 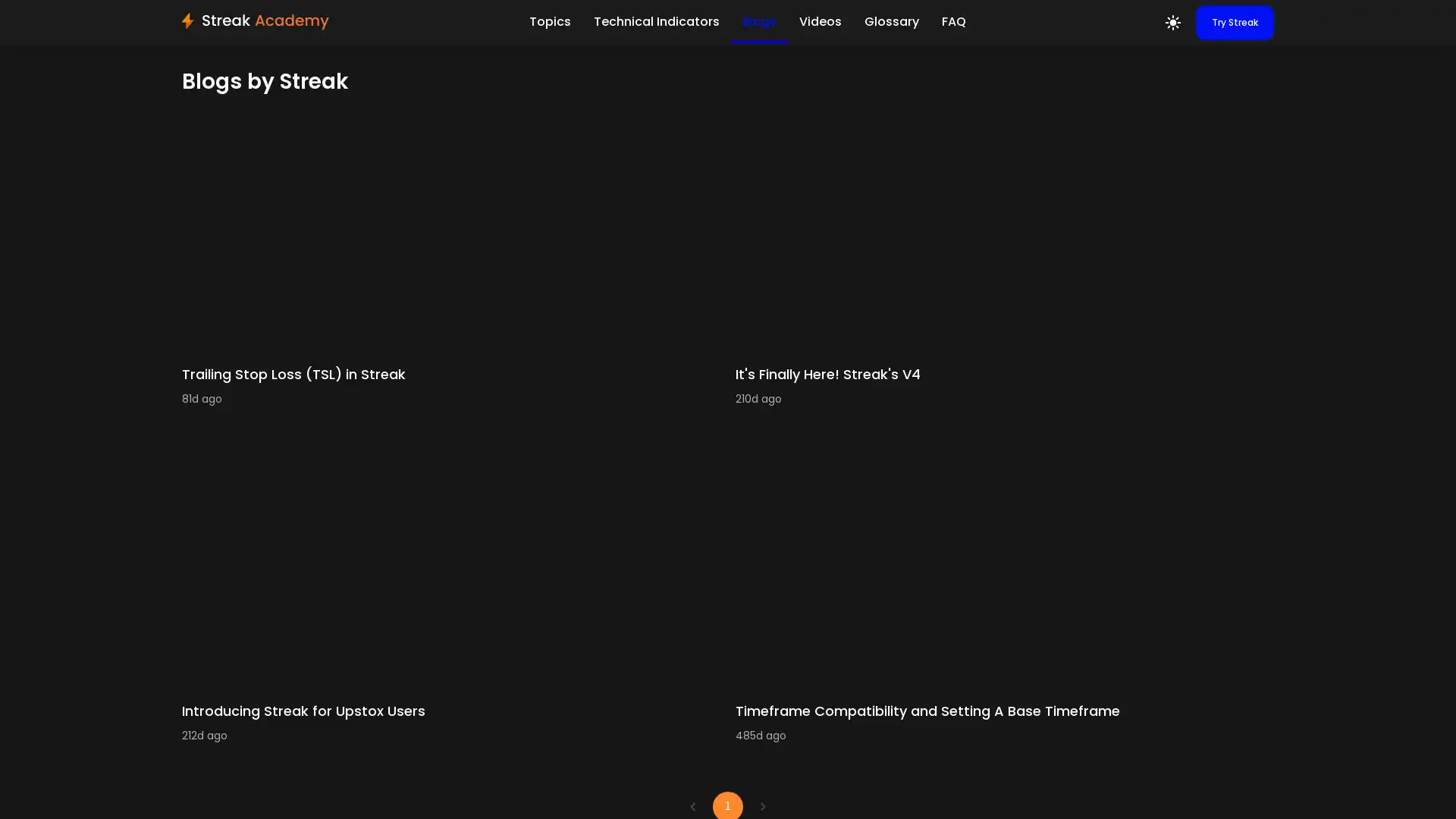 I want to click on FAQ, so click(x=952, y=20).